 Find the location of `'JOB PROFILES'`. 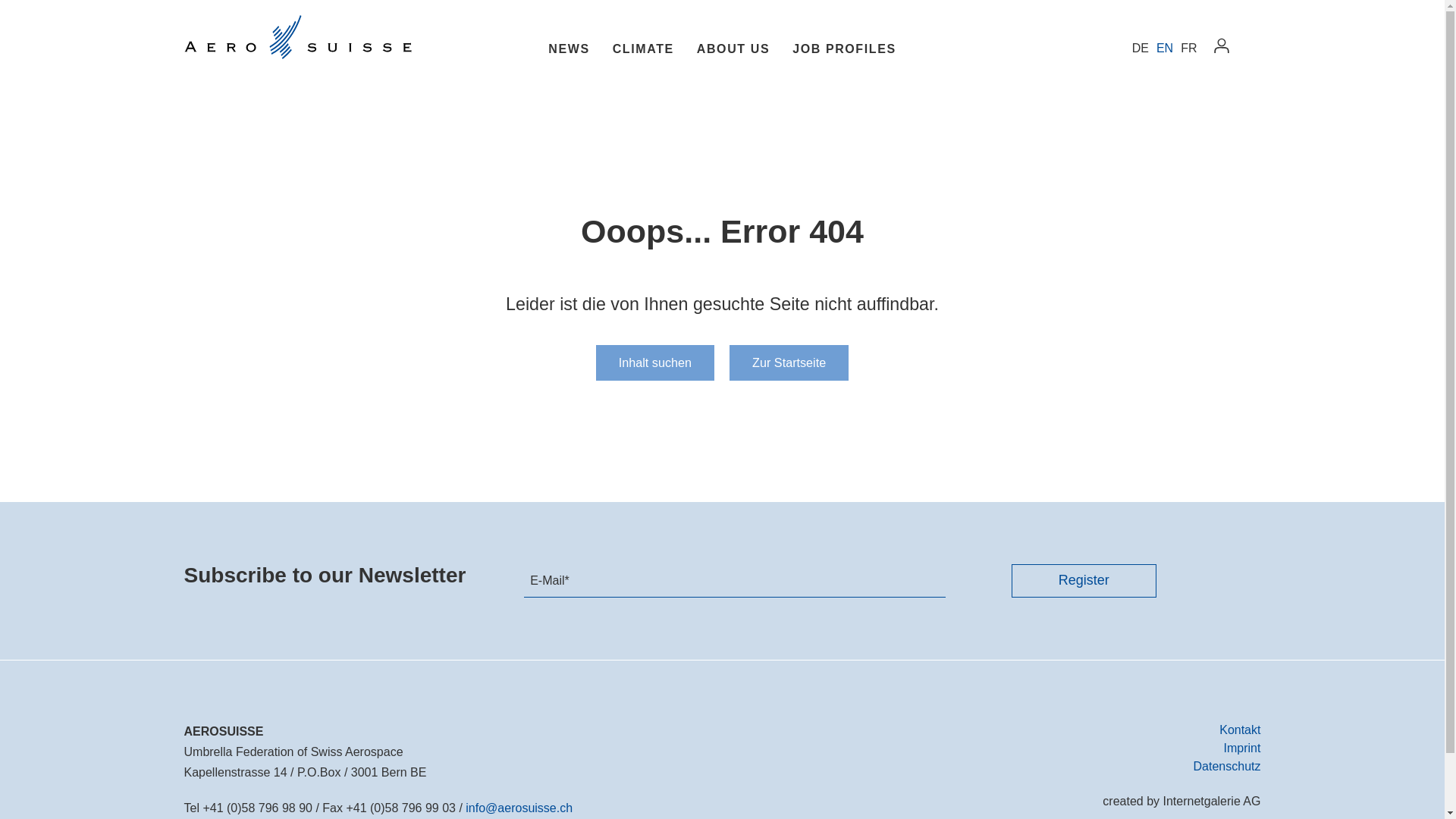

'JOB PROFILES' is located at coordinates (843, 44).